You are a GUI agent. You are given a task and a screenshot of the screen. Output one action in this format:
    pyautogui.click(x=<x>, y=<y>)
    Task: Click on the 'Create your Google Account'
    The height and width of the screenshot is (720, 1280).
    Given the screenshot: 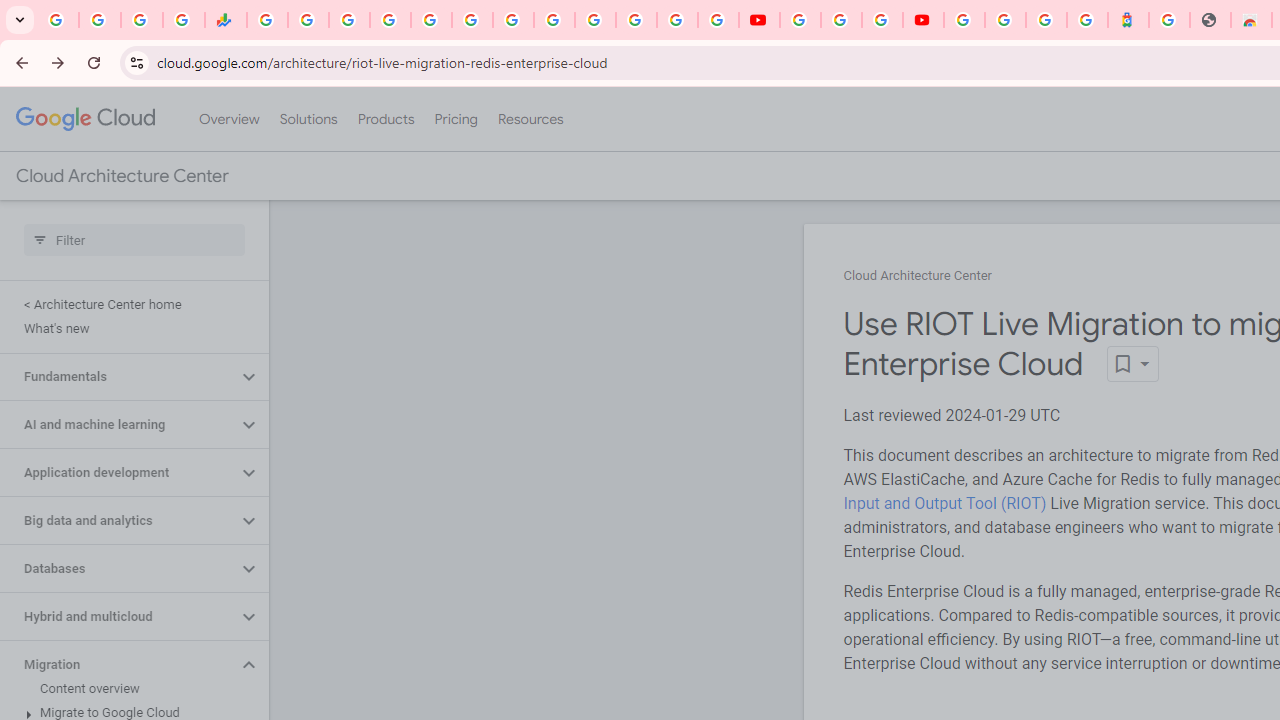 What is the action you would take?
    pyautogui.click(x=880, y=20)
    